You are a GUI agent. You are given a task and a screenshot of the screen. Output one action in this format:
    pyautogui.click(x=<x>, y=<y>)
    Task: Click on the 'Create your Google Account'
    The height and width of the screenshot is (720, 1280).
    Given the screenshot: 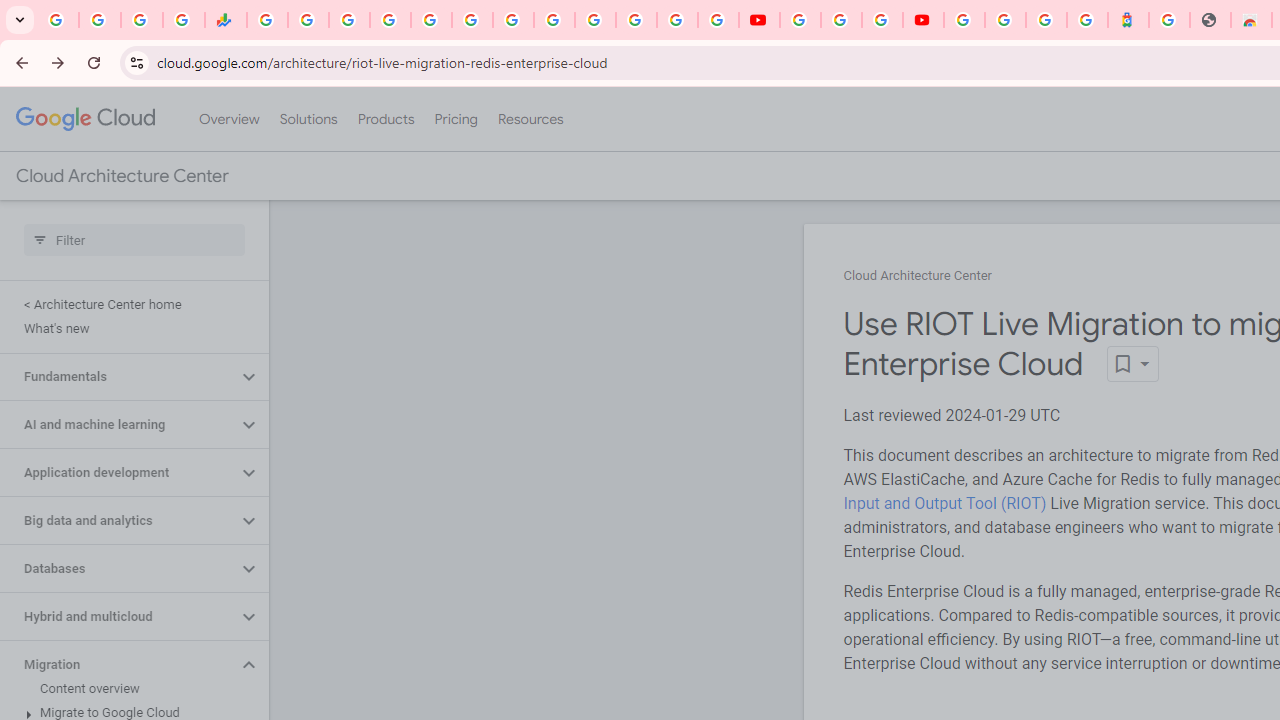 What is the action you would take?
    pyautogui.click(x=880, y=20)
    